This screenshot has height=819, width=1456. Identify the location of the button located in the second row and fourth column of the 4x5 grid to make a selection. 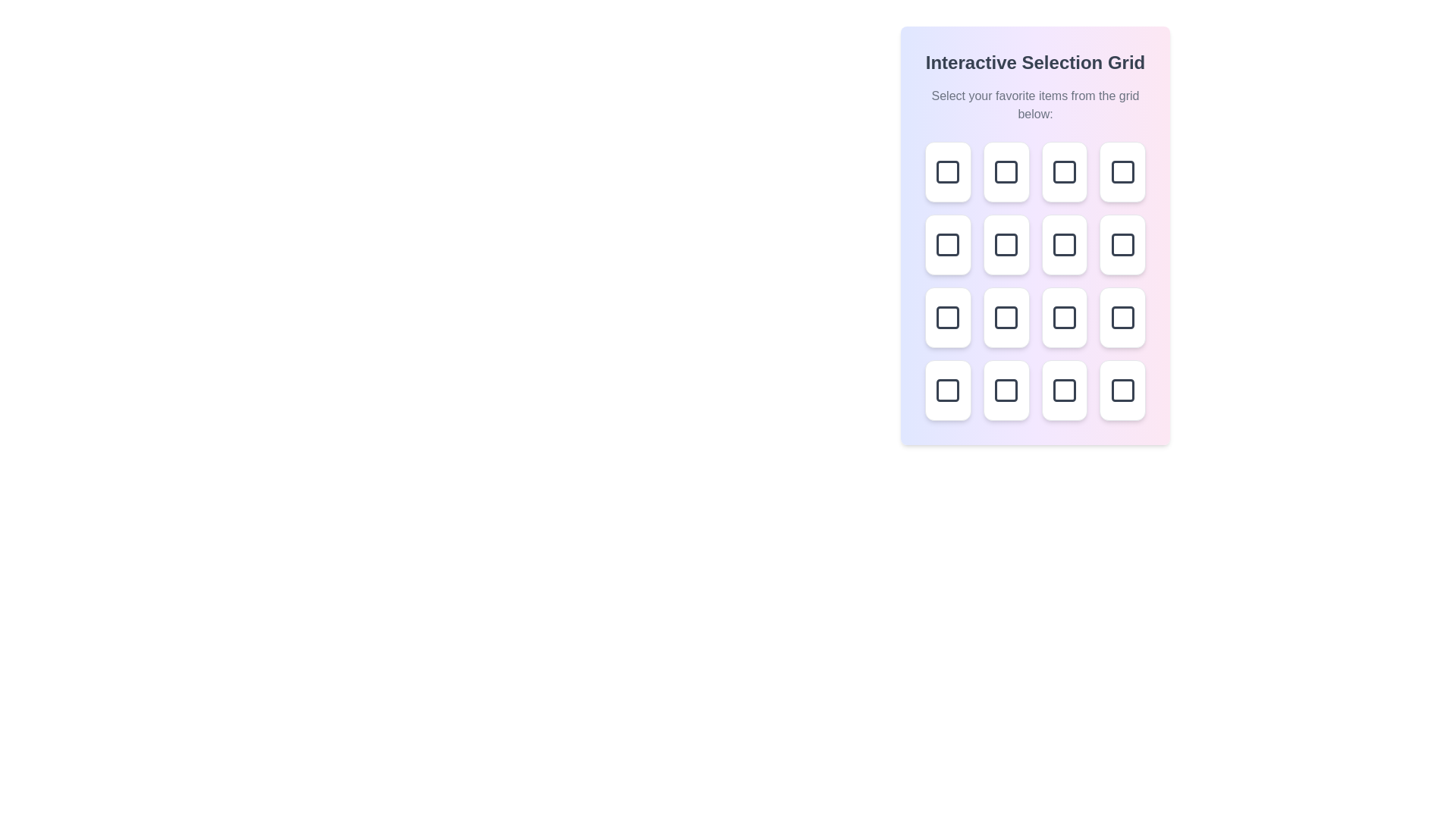
(1122, 244).